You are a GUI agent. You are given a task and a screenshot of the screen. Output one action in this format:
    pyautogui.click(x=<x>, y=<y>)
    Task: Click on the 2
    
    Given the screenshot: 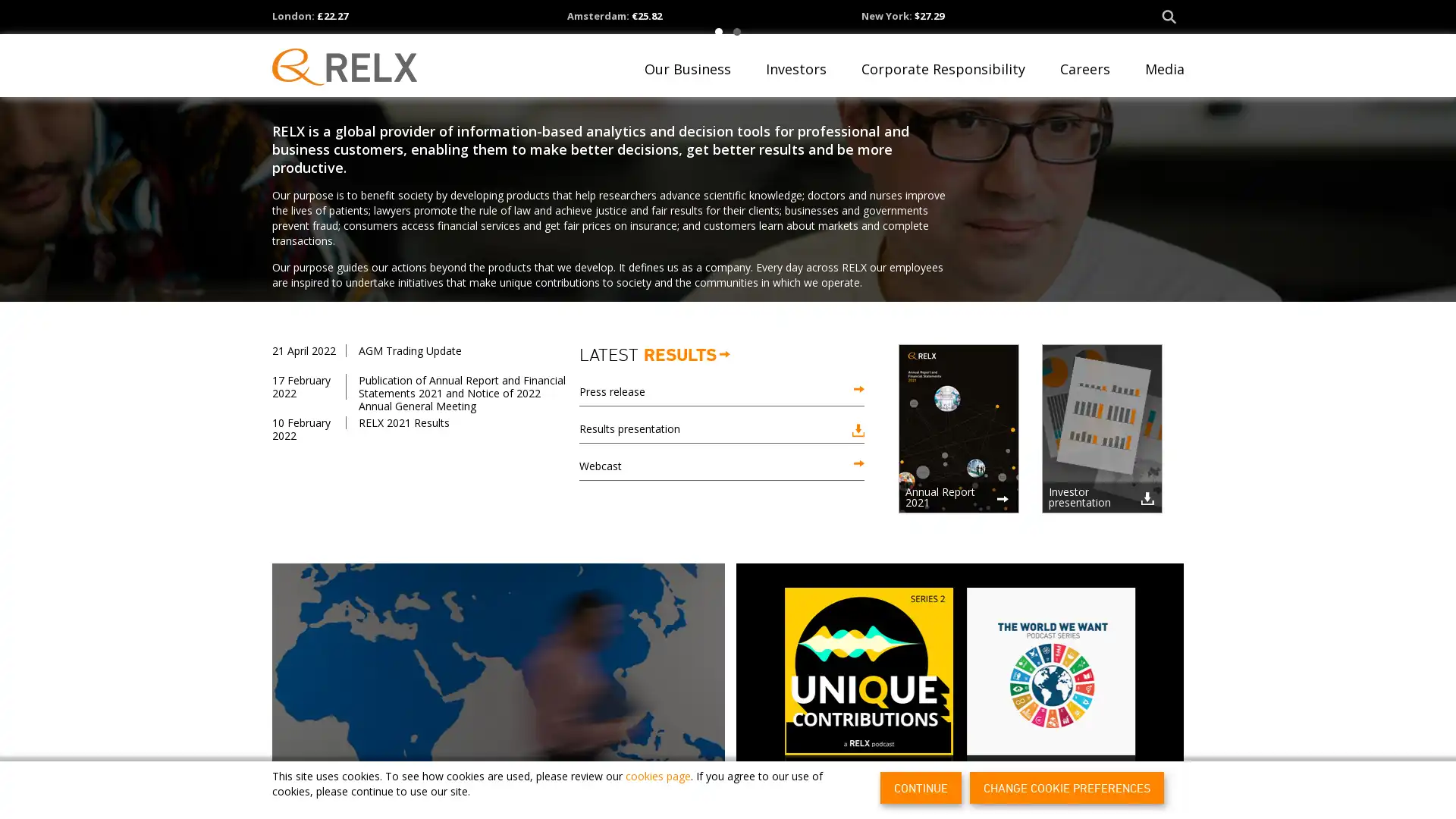 What is the action you would take?
    pyautogui.click(x=737, y=32)
    